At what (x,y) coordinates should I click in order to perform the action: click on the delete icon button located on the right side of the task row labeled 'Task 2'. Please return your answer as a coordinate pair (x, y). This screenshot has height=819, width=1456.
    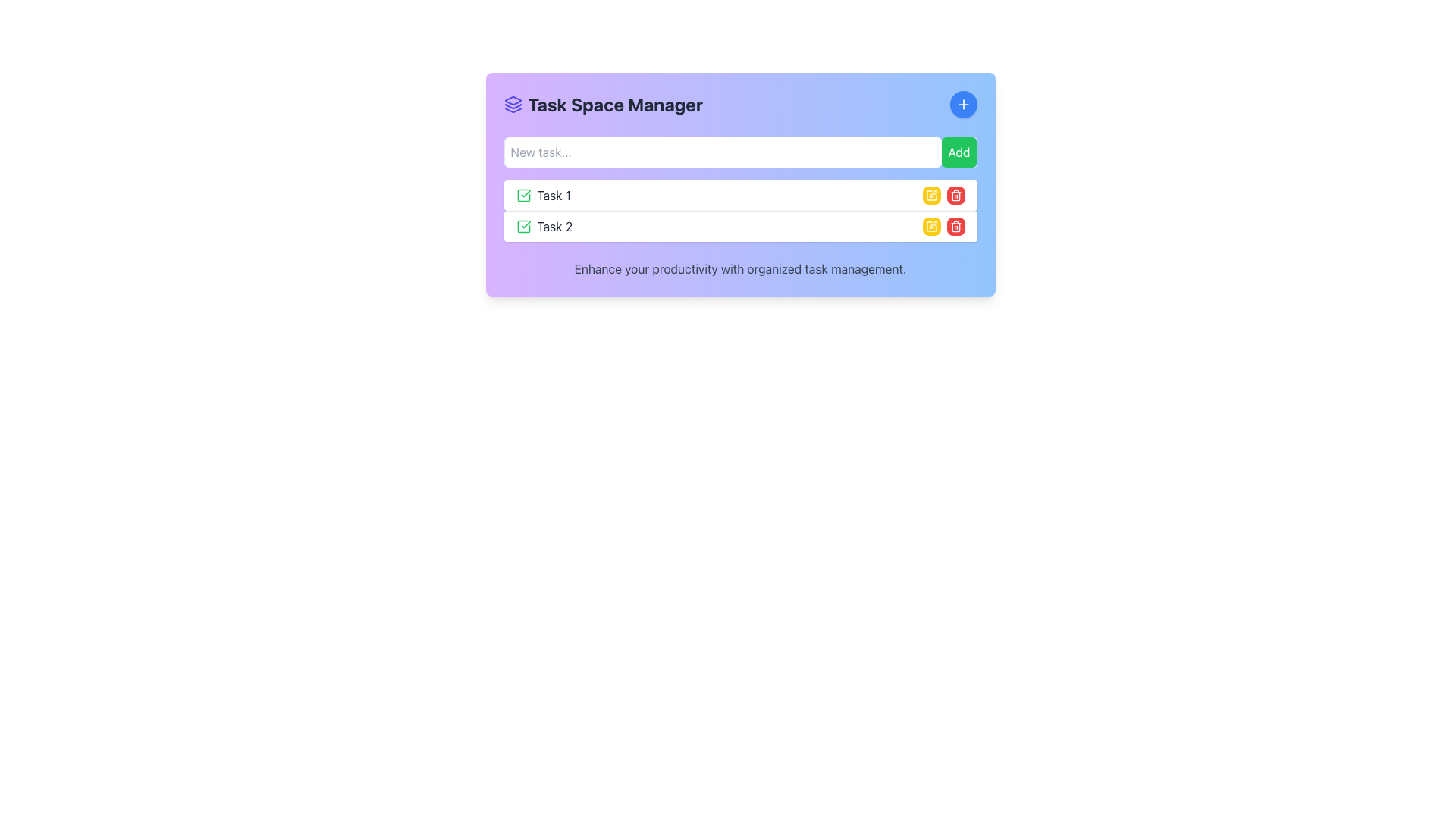
    Looking at the image, I should click on (955, 195).